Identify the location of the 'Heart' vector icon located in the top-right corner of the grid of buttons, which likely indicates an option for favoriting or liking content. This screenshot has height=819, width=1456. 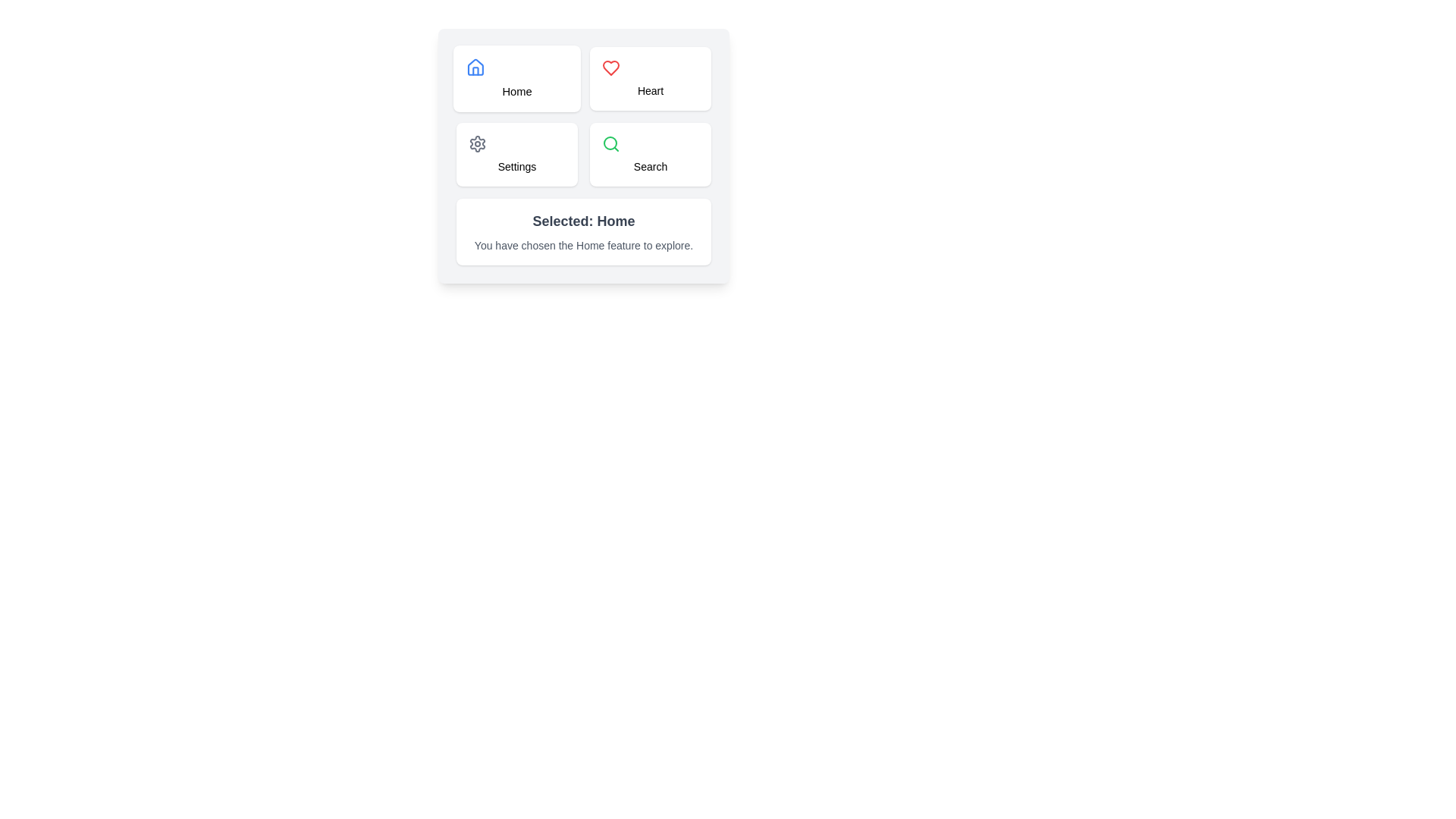
(611, 67).